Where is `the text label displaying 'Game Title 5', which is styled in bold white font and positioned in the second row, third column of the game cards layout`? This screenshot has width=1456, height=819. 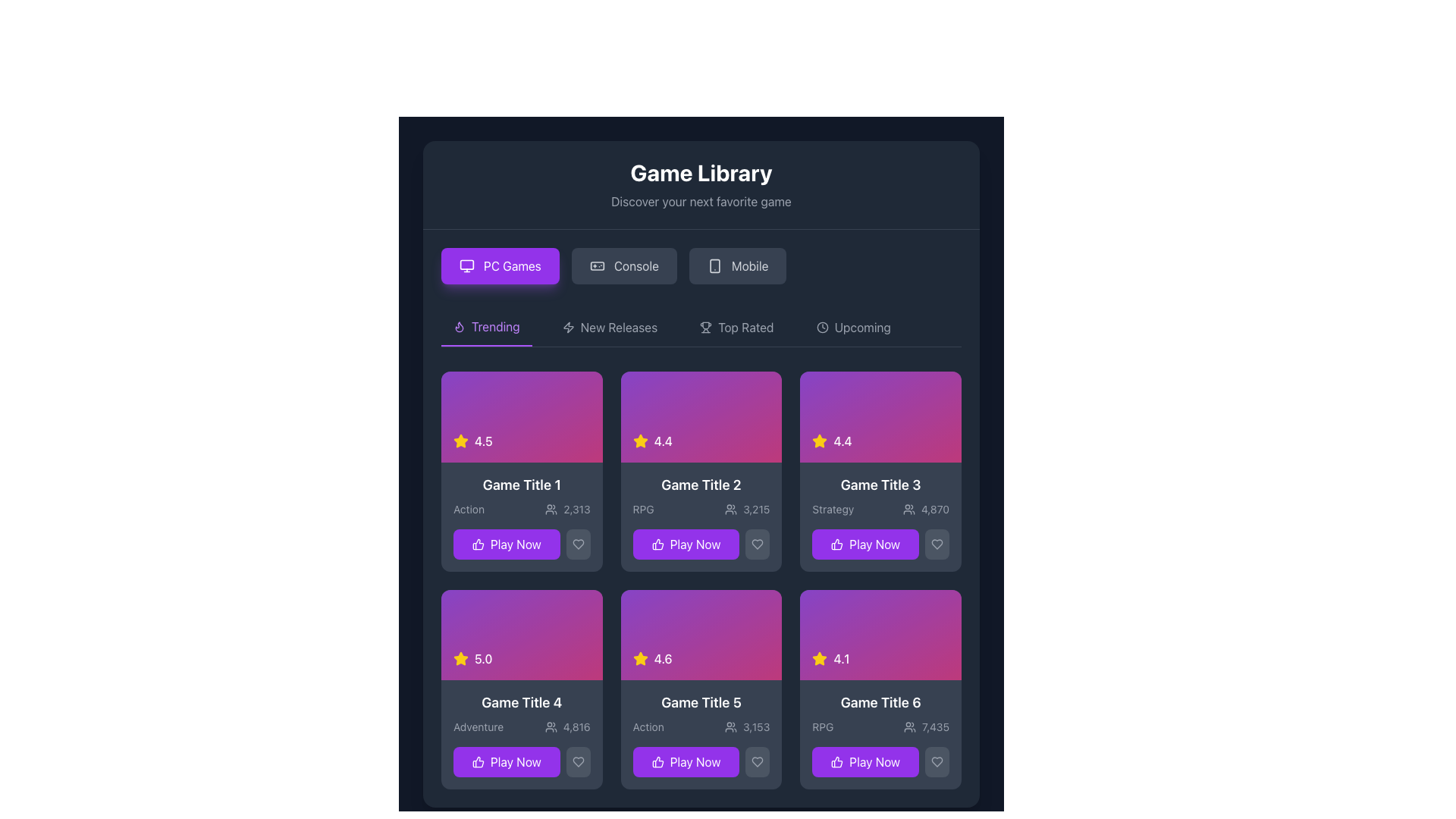
the text label displaying 'Game Title 5', which is styled in bold white font and positioned in the second row, third column of the game cards layout is located at coordinates (701, 703).